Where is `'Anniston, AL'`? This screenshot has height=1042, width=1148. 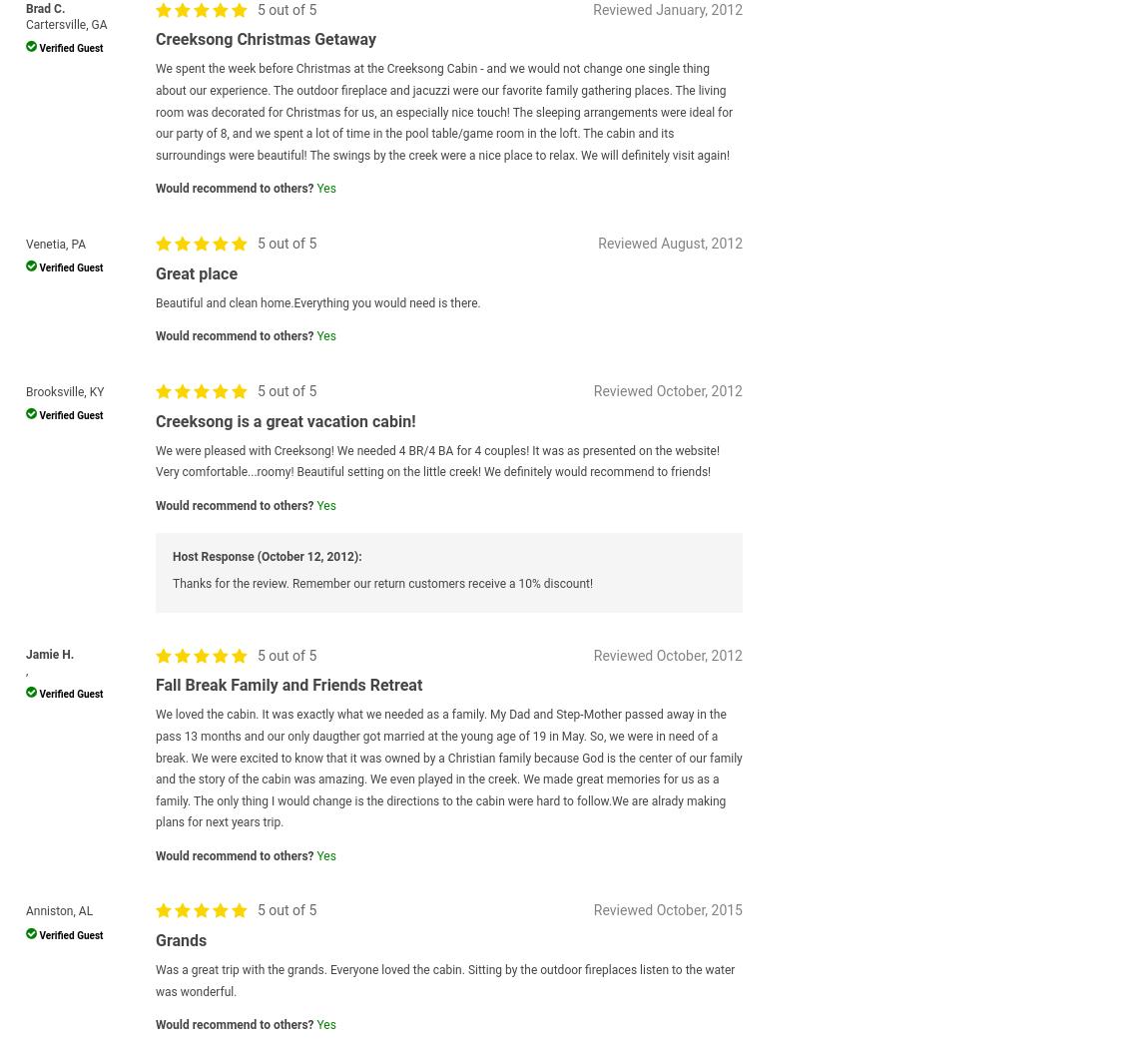 'Anniston, AL' is located at coordinates (58, 910).